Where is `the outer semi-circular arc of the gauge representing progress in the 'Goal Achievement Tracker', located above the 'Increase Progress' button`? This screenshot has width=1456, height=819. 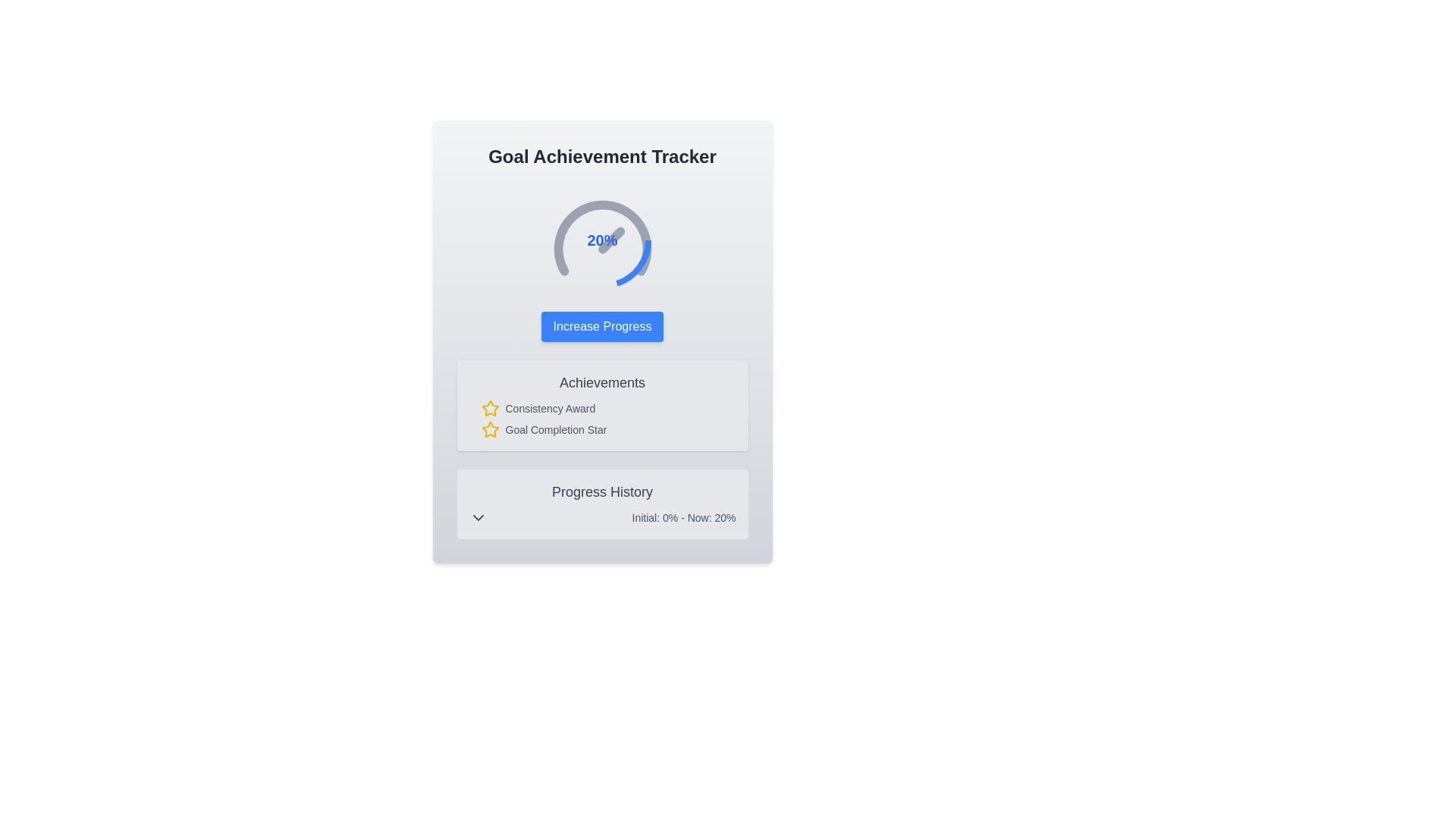
the outer semi-circular arc of the gauge representing progress in the 'Goal Achievement Tracker', located above the 'Increase Progress' button is located at coordinates (601, 238).